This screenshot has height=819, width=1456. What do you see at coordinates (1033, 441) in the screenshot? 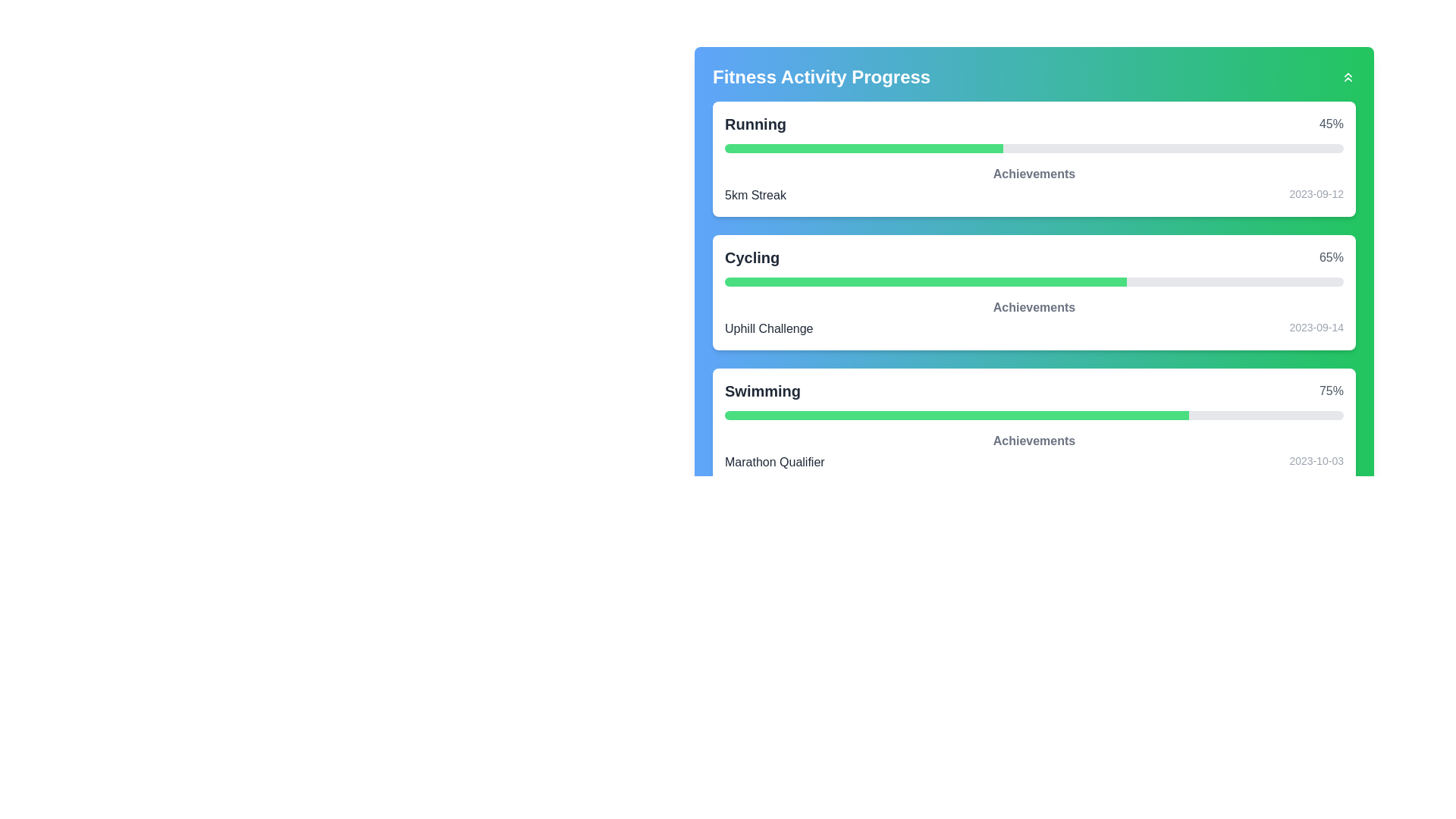
I see `the 'Achievements' static text label, which is displayed in bold gray font, located in the 'Swimming' section, below the progress bar and above 'Marathon Qualifier'` at bounding box center [1033, 441].